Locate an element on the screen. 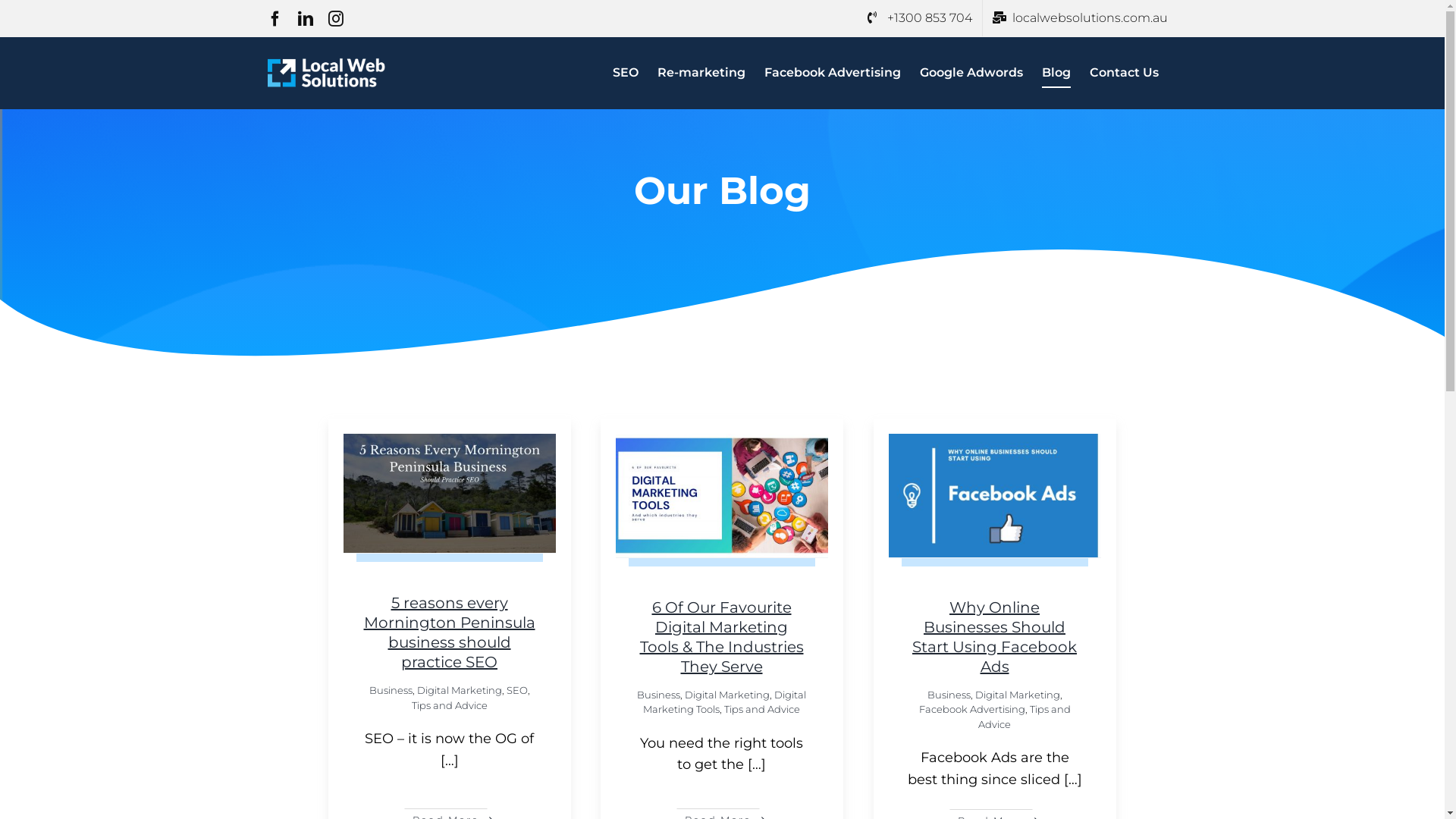 This screenshot has width=1456, height=819. 'Blog' is located at coordinates (1055, 73).